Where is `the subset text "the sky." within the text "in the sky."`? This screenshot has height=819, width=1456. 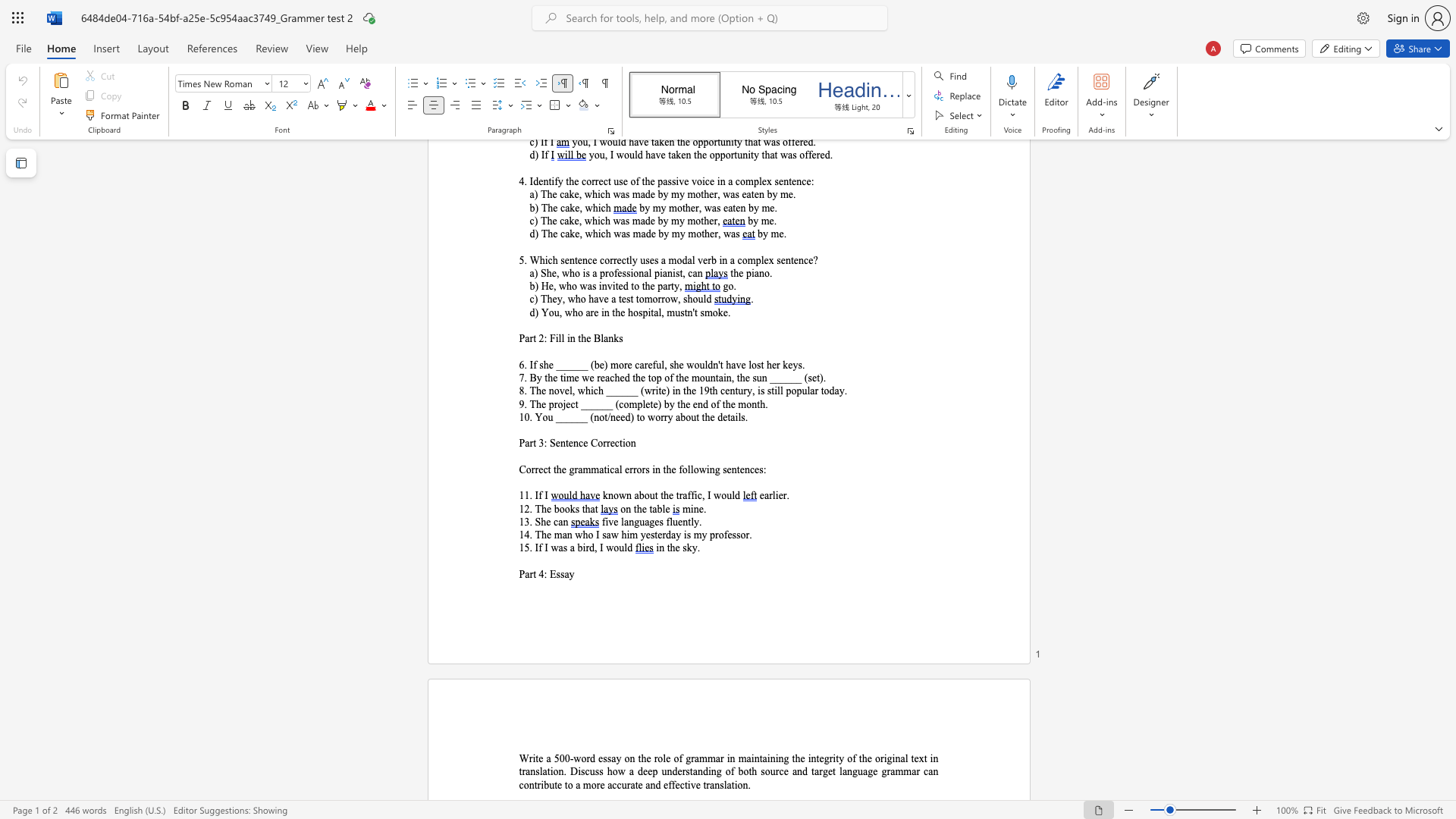 the subset text "the sky." within the text "in the sky." is located at coordinates (667, 548).